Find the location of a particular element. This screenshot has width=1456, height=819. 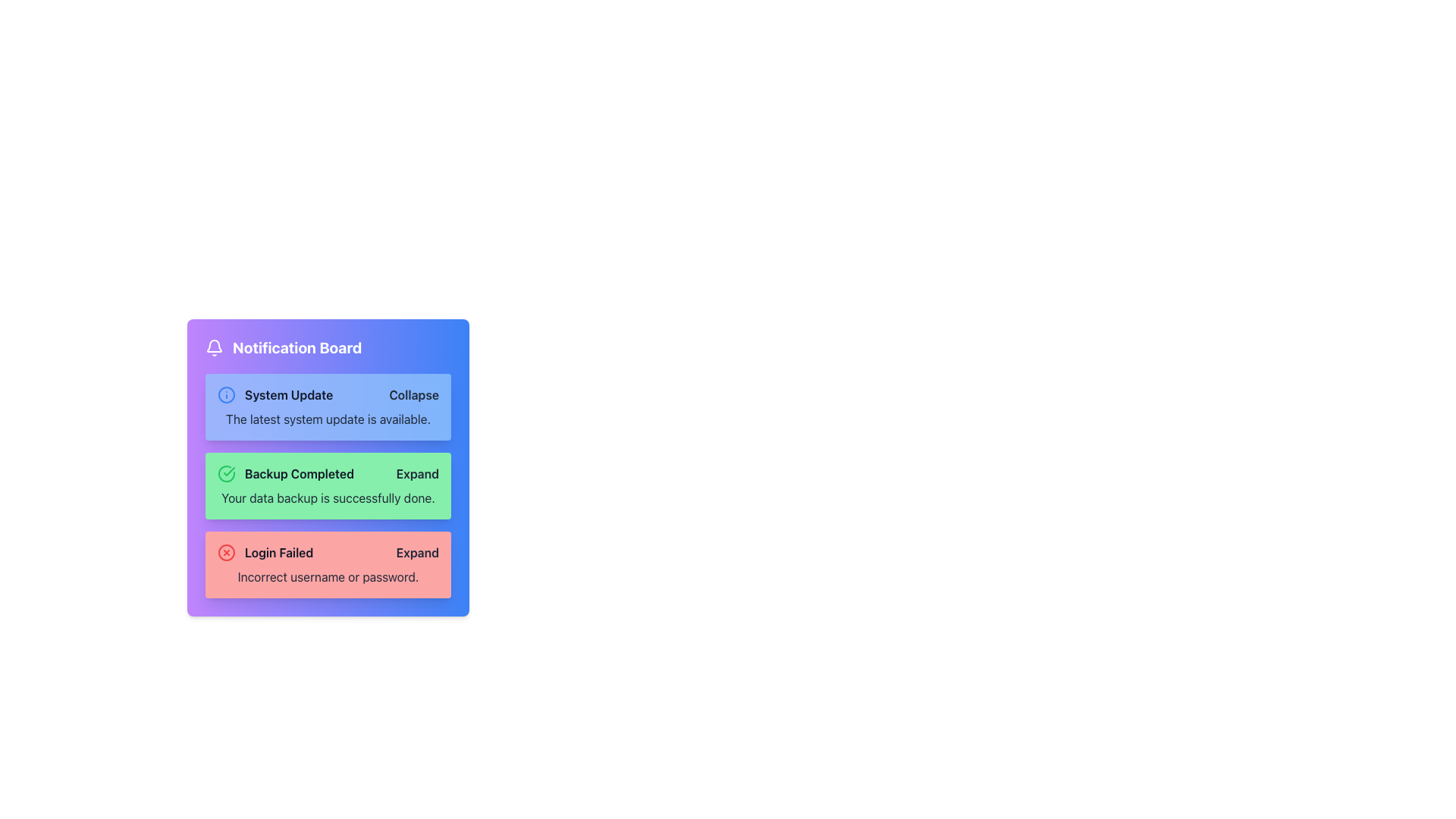

the error icon located in the 'Login Failed' notification box is located at coordinates (225, 553).